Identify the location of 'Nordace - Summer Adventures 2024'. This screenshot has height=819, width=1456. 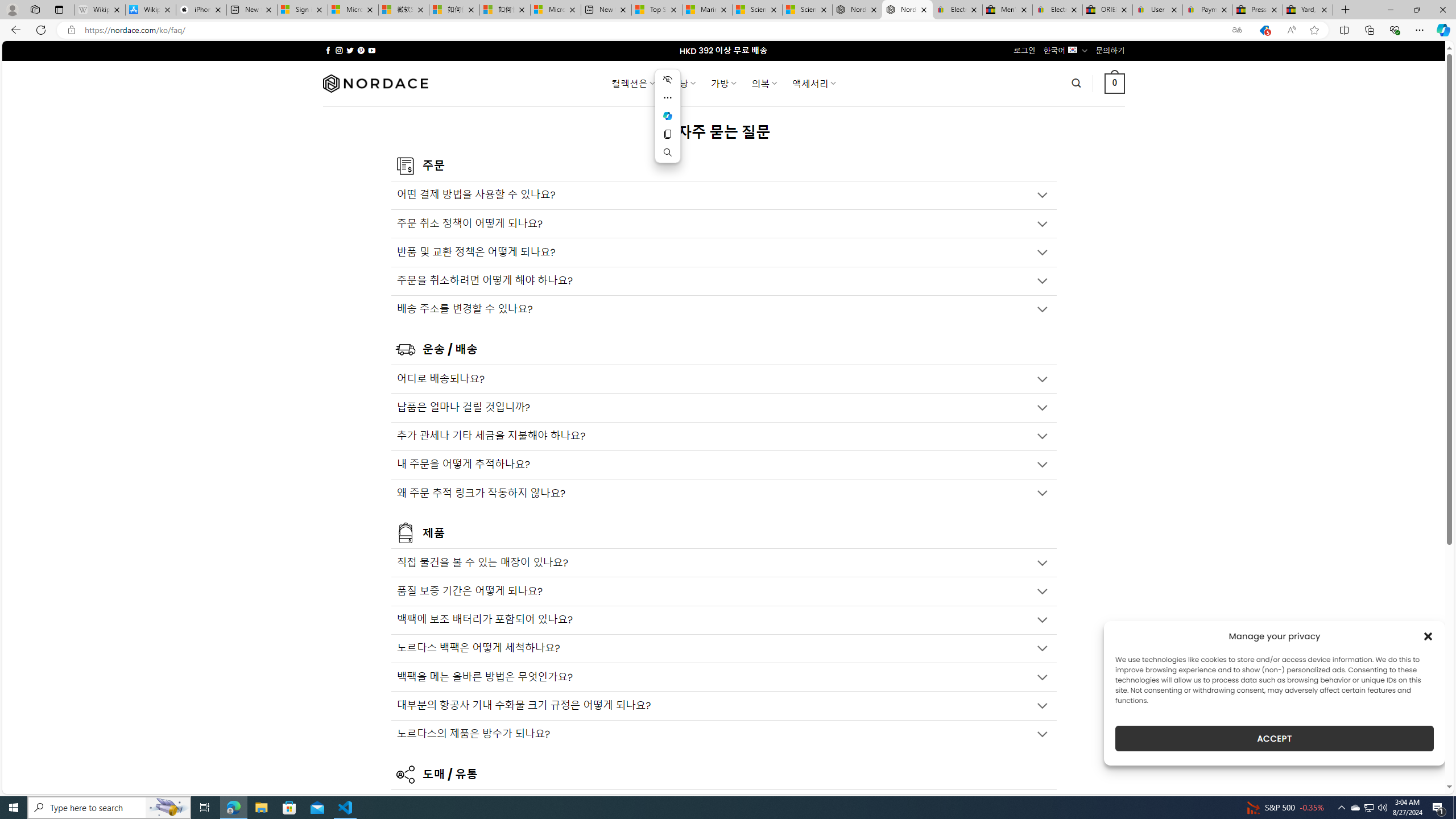
(856, 9).